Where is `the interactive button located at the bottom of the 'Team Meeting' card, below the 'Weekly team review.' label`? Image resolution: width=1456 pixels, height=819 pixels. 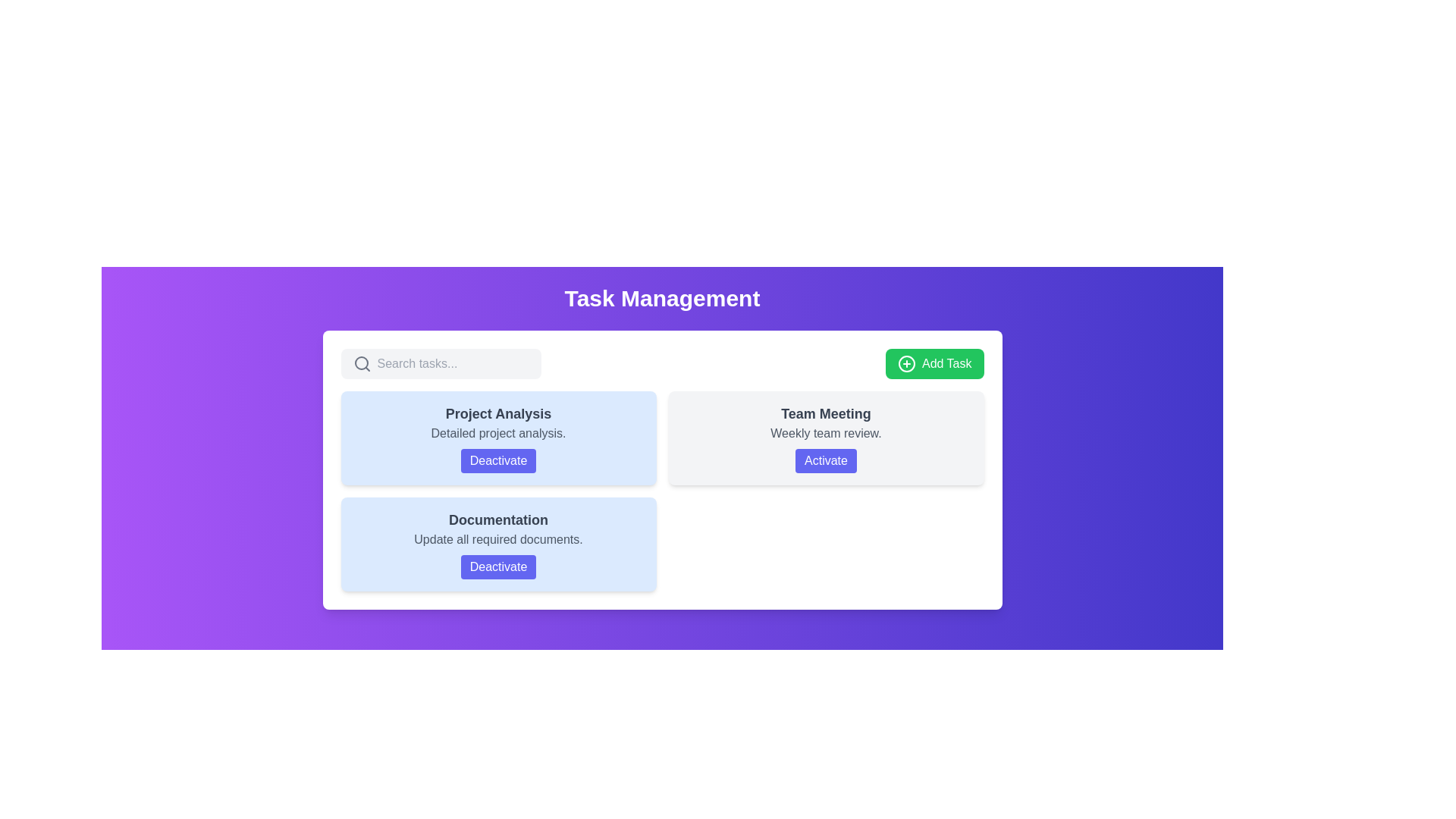
the interactive button located at the bottom of the 'Team Meeting' card, below the 'Weekly team review.' label is located at coordinates (825, 460).